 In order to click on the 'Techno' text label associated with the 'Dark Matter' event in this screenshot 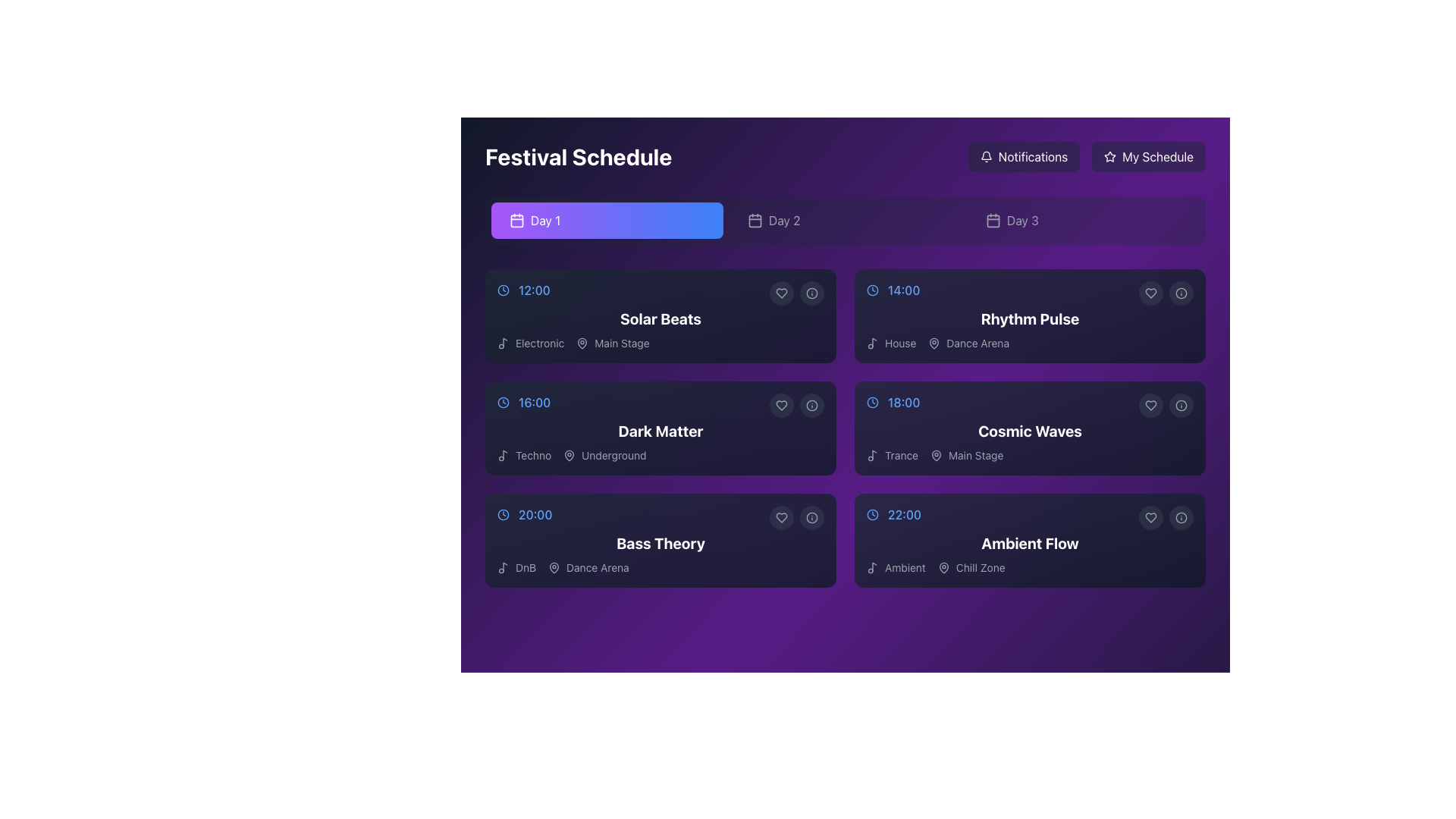, I will do `click(524, 455)`.